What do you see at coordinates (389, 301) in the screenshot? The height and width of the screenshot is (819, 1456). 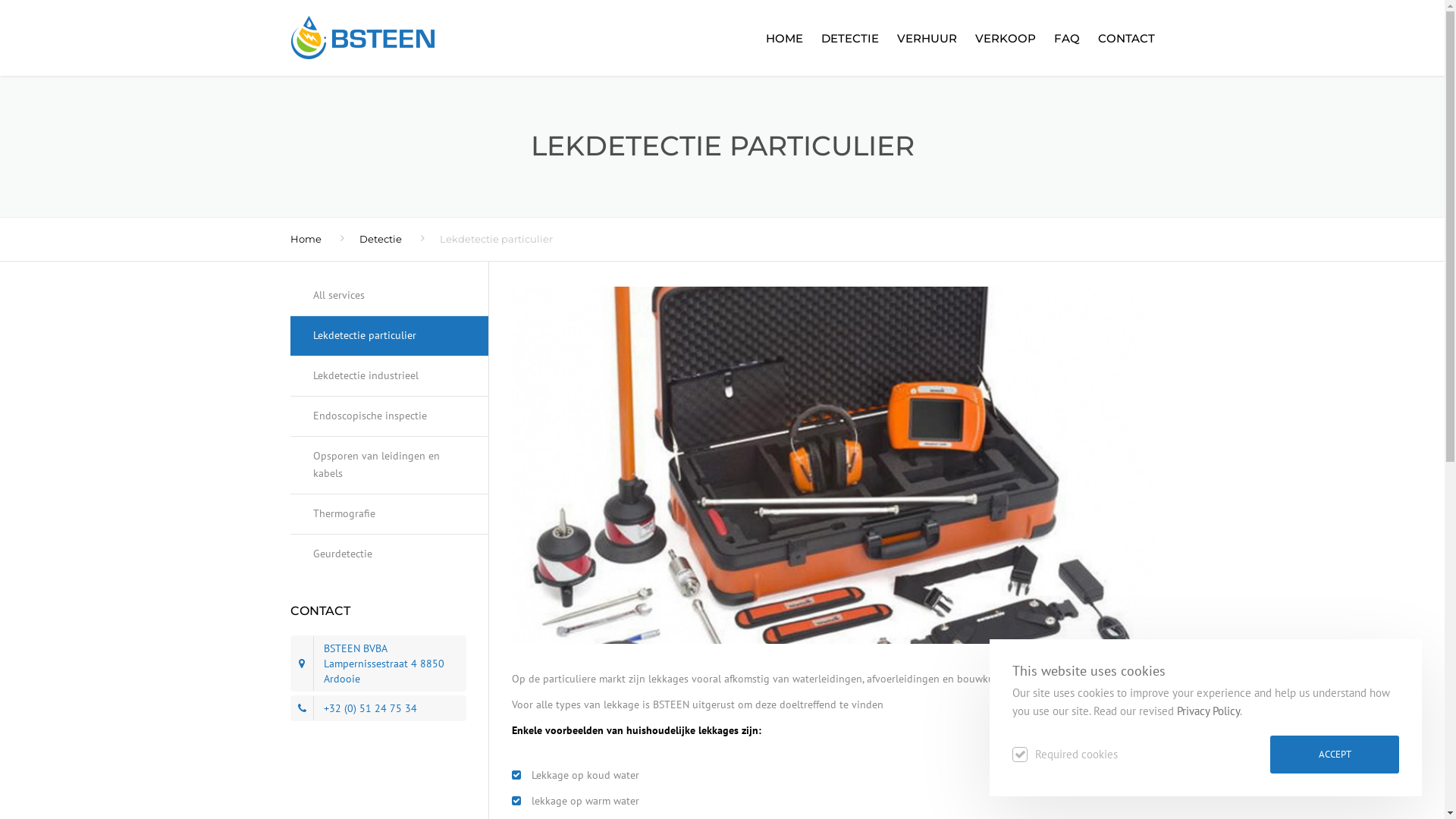 I see `'All services'` at bounding box center [389, 301].